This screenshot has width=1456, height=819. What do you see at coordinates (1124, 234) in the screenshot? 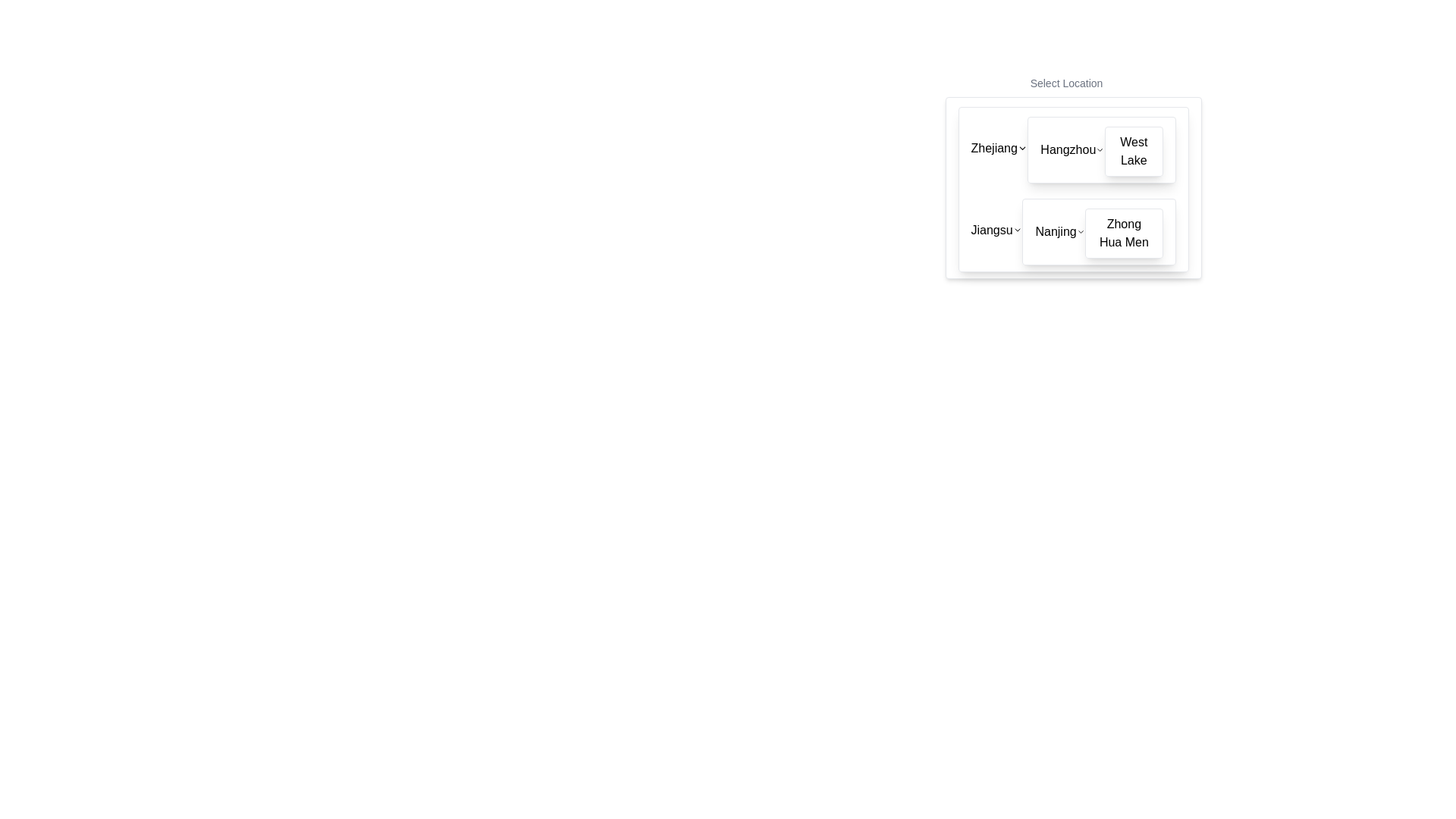
I see `the text label 'Zhong Hua Men' within the clickable card located in the lower section of the menu` at bounding box center [1124, 234].